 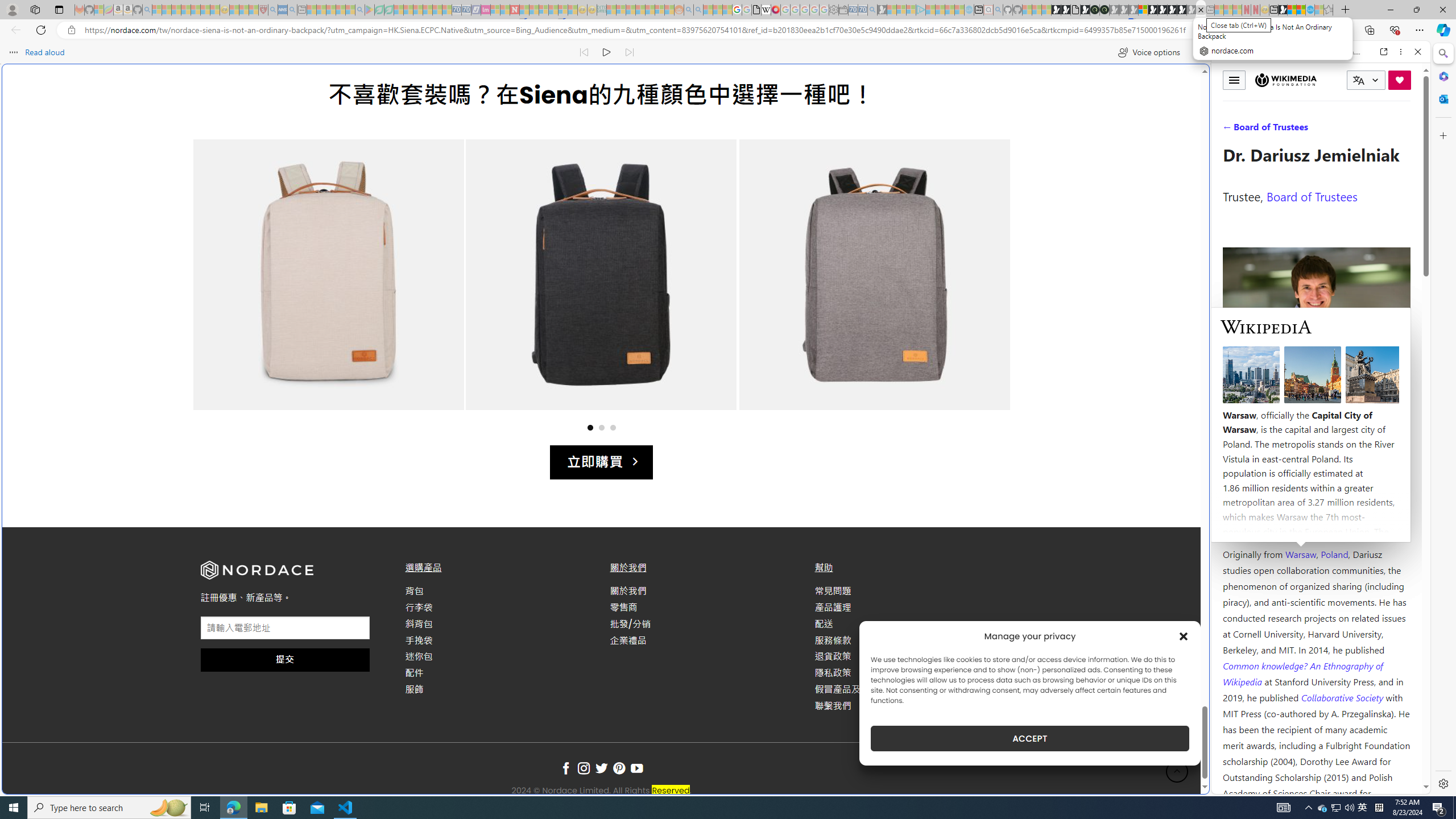 I want to click on 'Wiktionary', so click(x=1316, y=380).